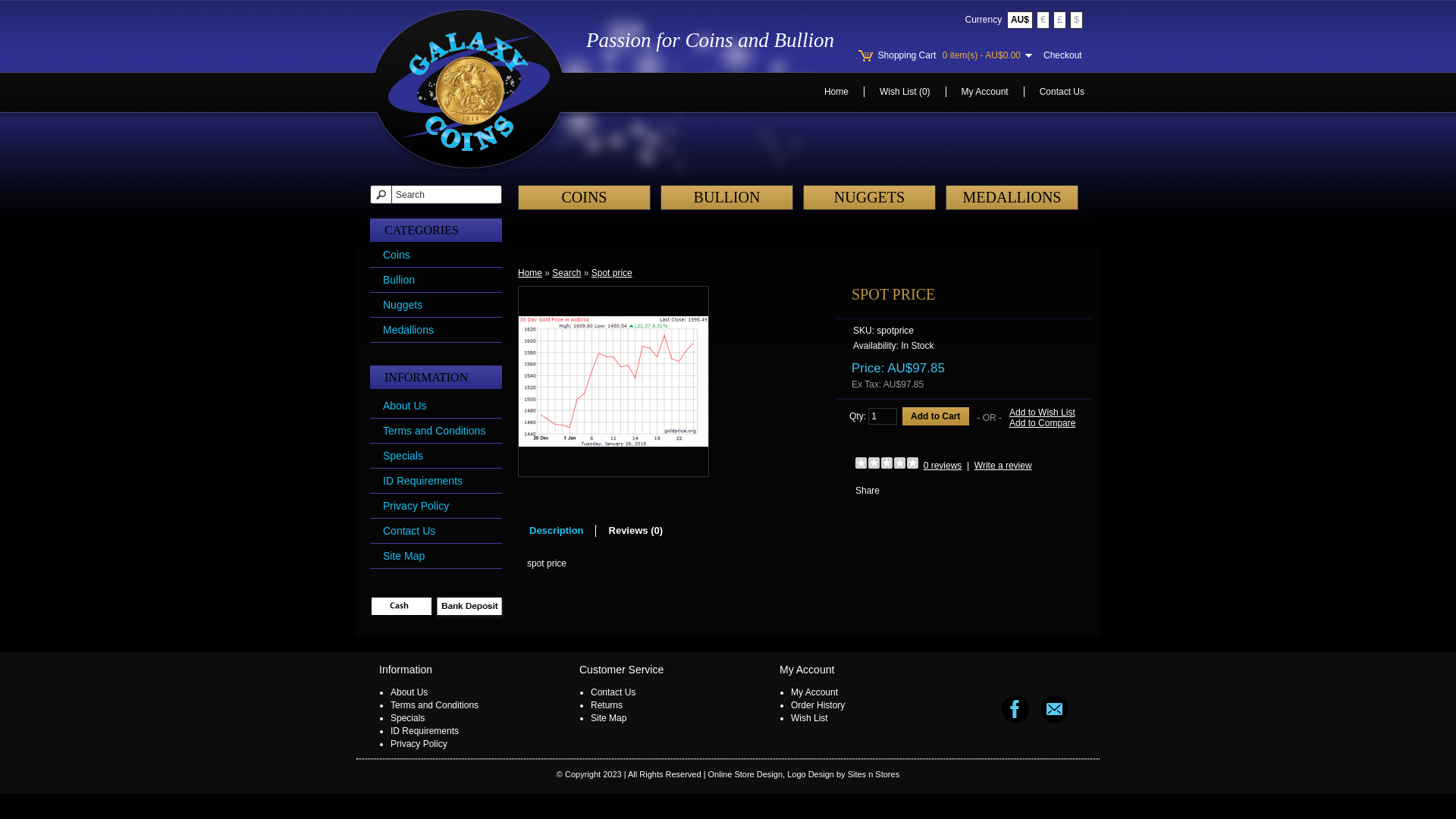  What do you see at coordinates (408, 329) in the screenshot?
I see `'Medallions'` at bounding box center [408, 329].